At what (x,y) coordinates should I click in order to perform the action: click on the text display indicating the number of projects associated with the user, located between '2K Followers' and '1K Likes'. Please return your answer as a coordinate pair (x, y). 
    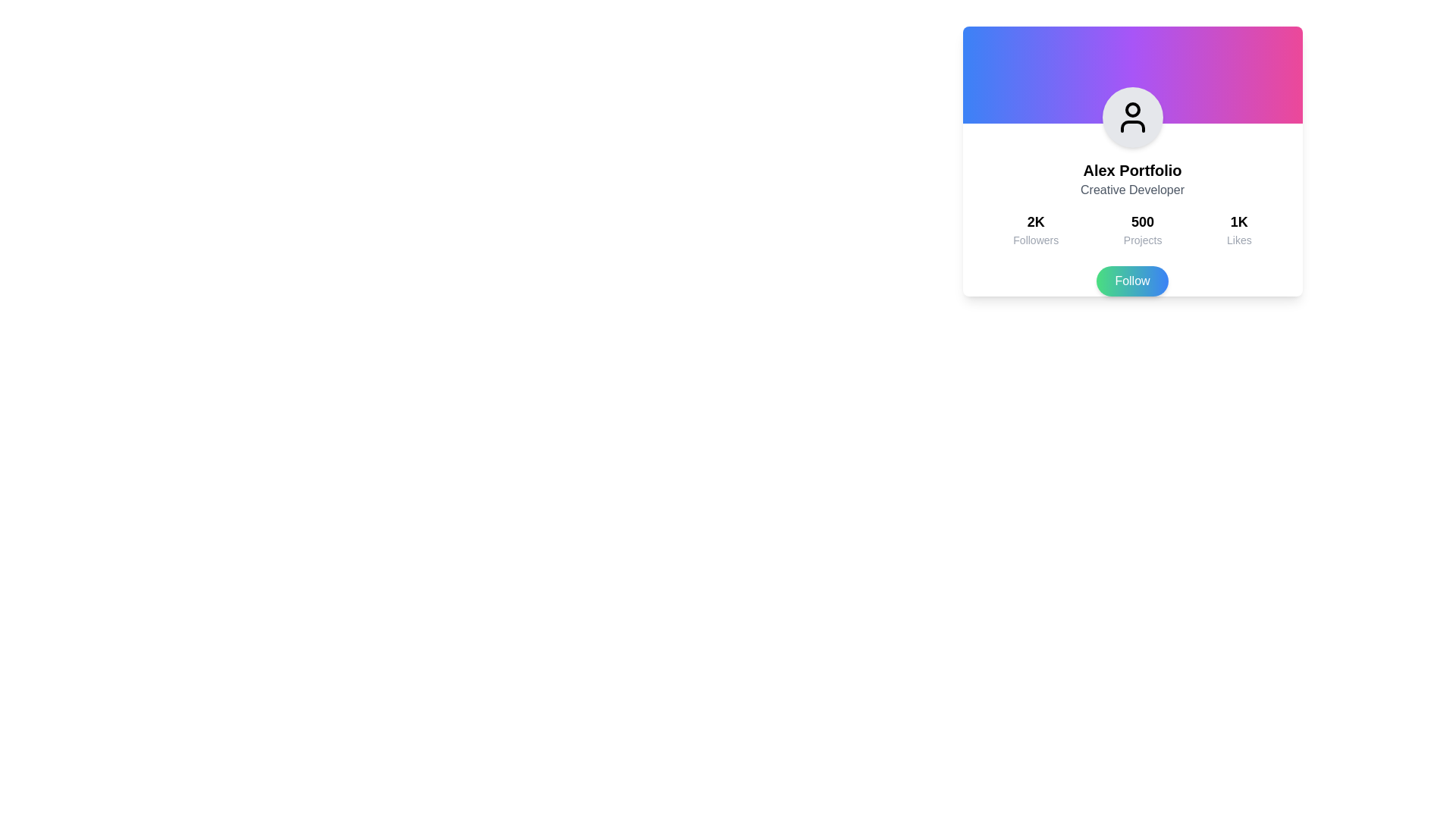
    Looking at the image, I should click on (1143, 230).